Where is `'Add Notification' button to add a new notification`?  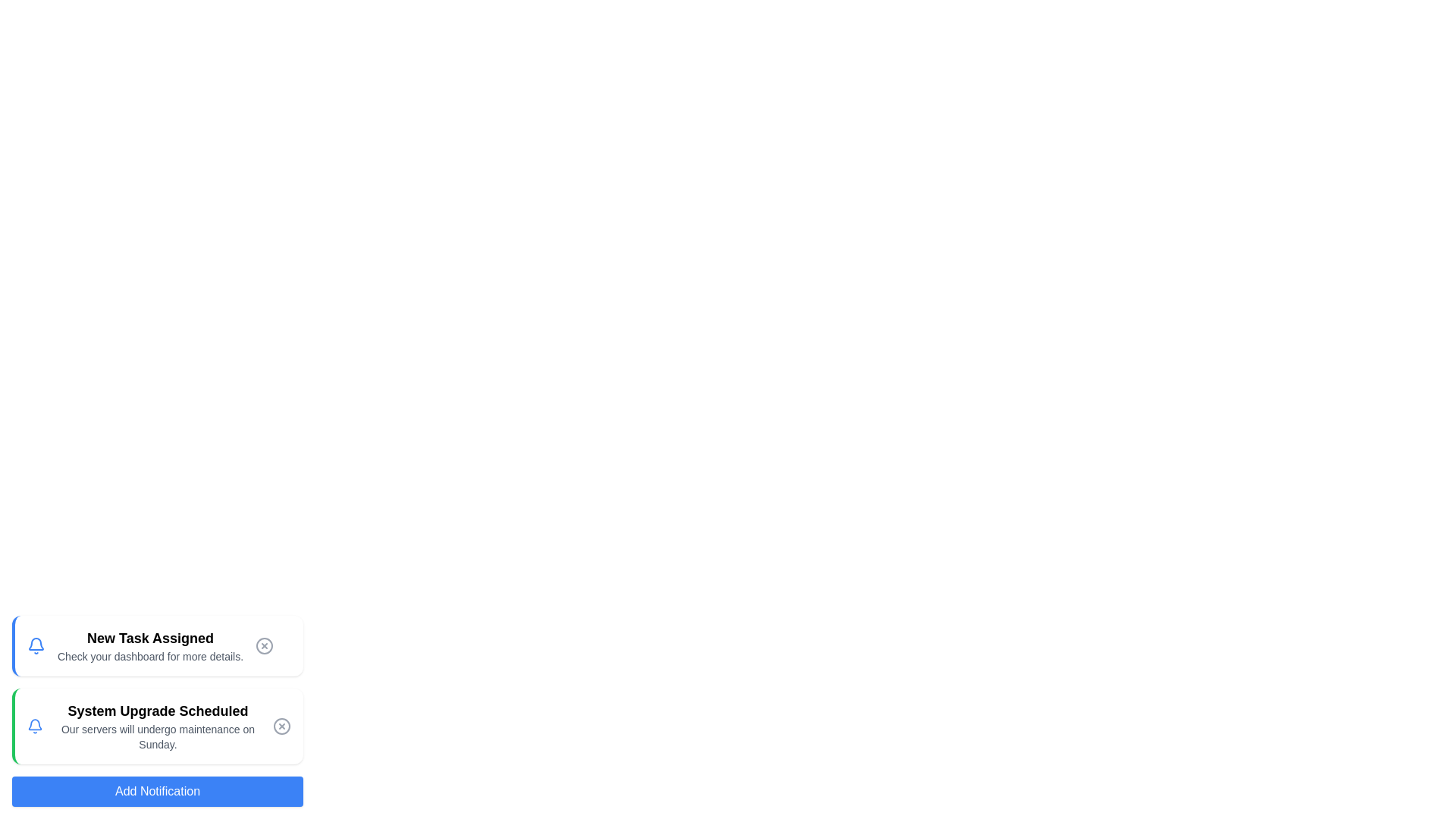
'Add Notification' button to add a new notification is located at coordinates (157, 791).